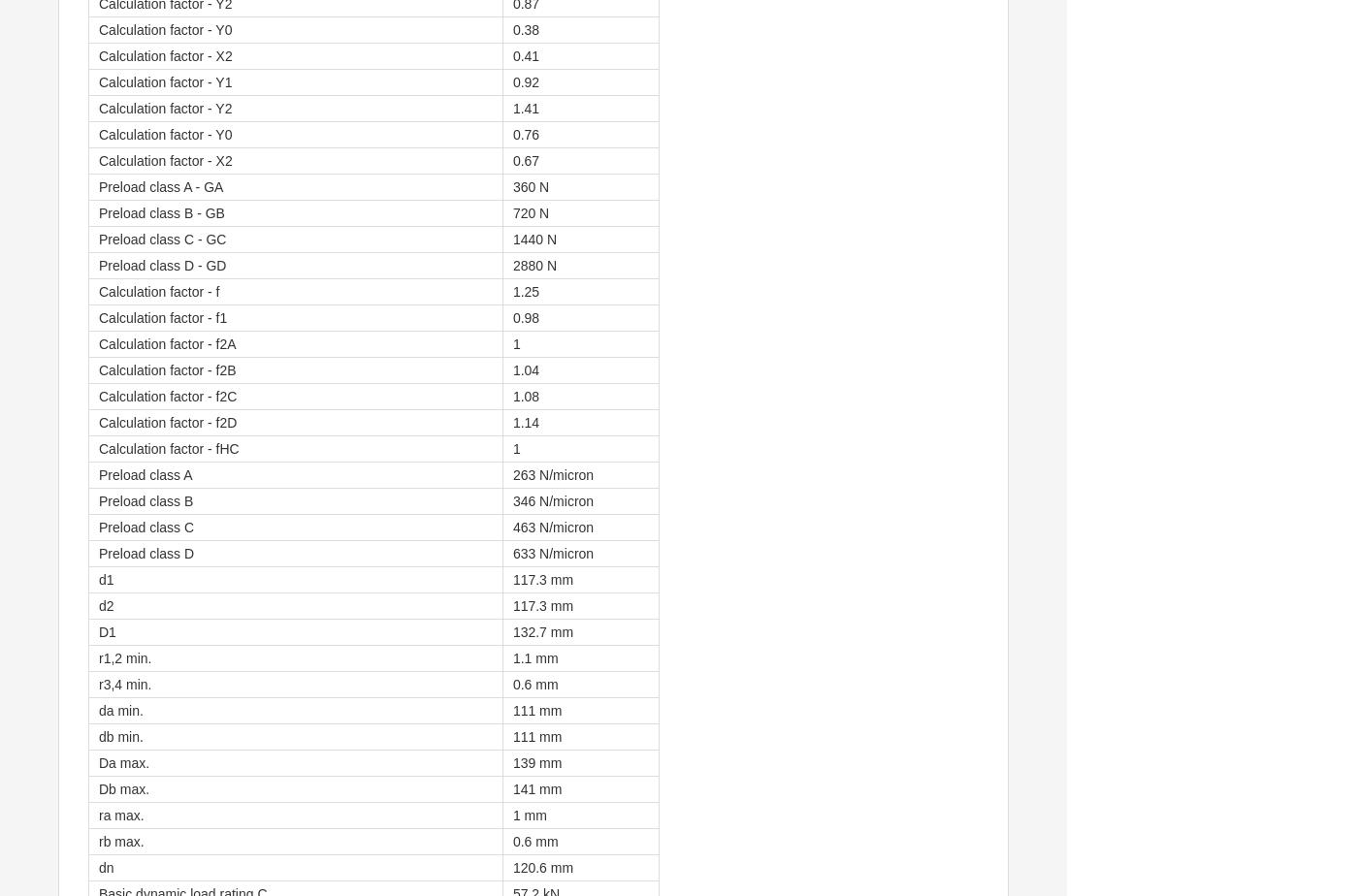  Describe the element at coordinates (534, 657) in the screenshot. I see `'1.1 mm'` at that location.